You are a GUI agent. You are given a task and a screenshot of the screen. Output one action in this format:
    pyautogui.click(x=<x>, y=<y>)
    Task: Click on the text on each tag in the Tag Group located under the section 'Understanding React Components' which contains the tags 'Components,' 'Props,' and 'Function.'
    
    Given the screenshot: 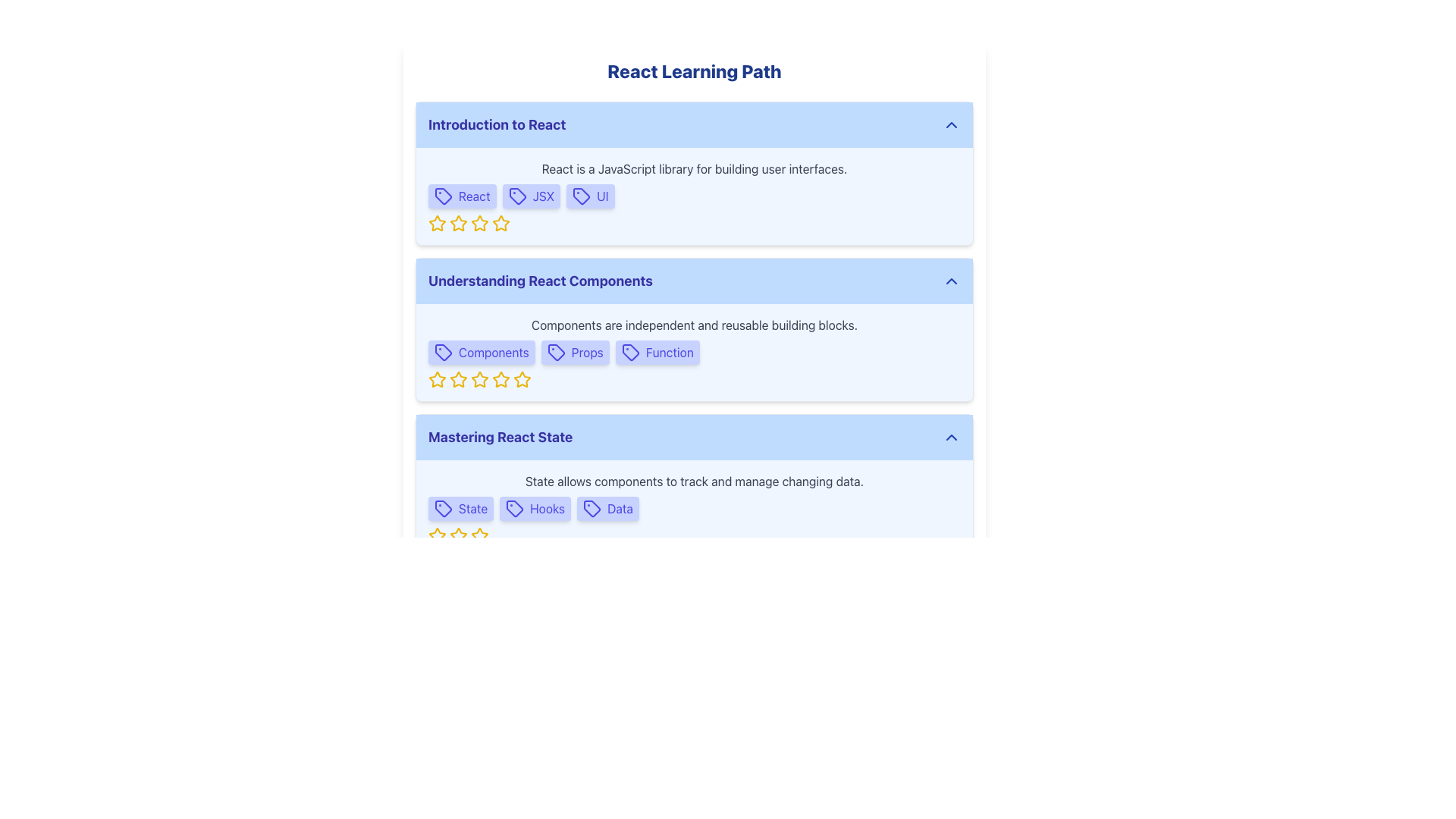 What is the action you would take?
    pyautogui.click(x=694, y=353)
    